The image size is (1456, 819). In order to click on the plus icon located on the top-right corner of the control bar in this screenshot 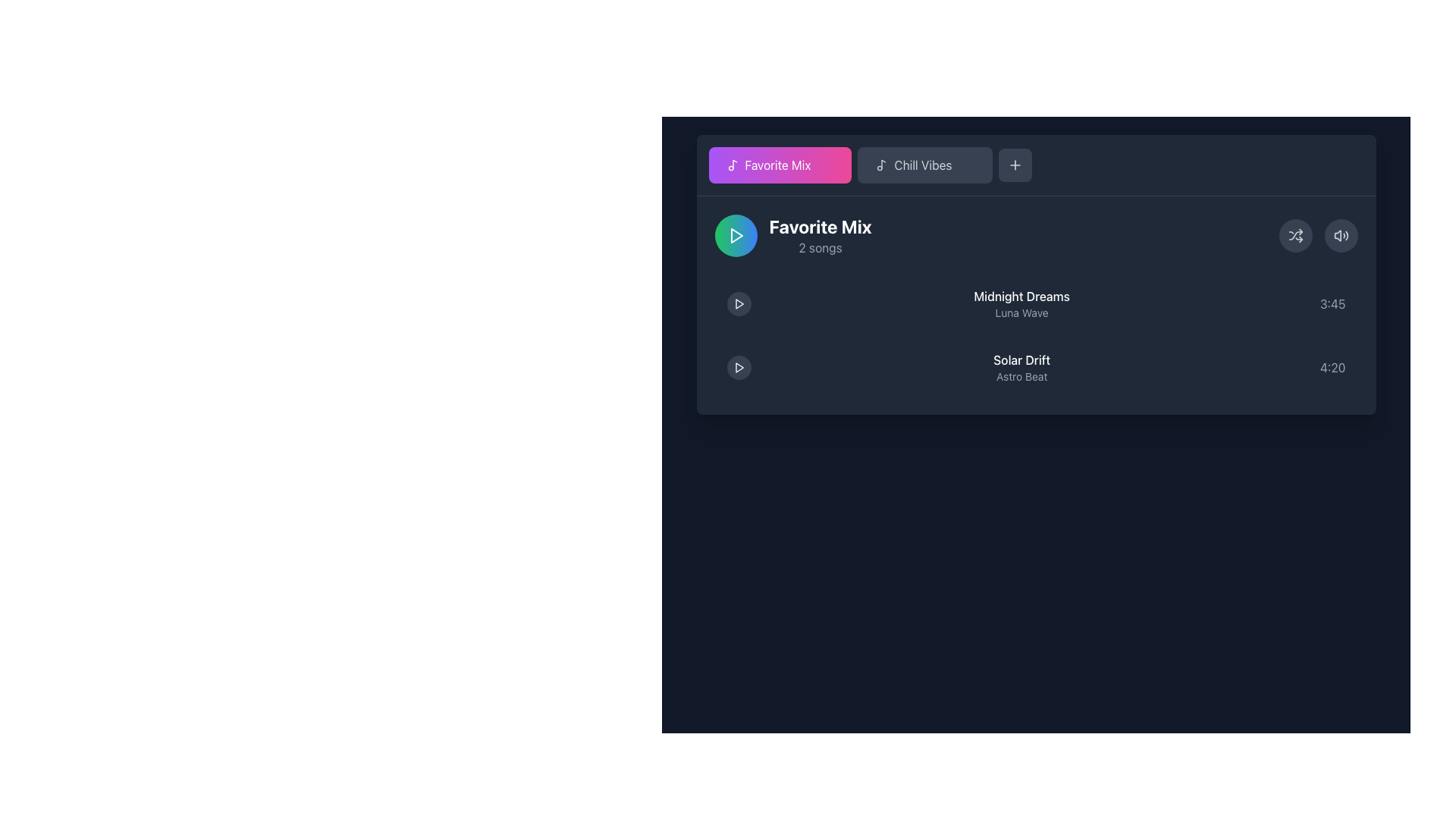, I will do `click(1015, 165)`.